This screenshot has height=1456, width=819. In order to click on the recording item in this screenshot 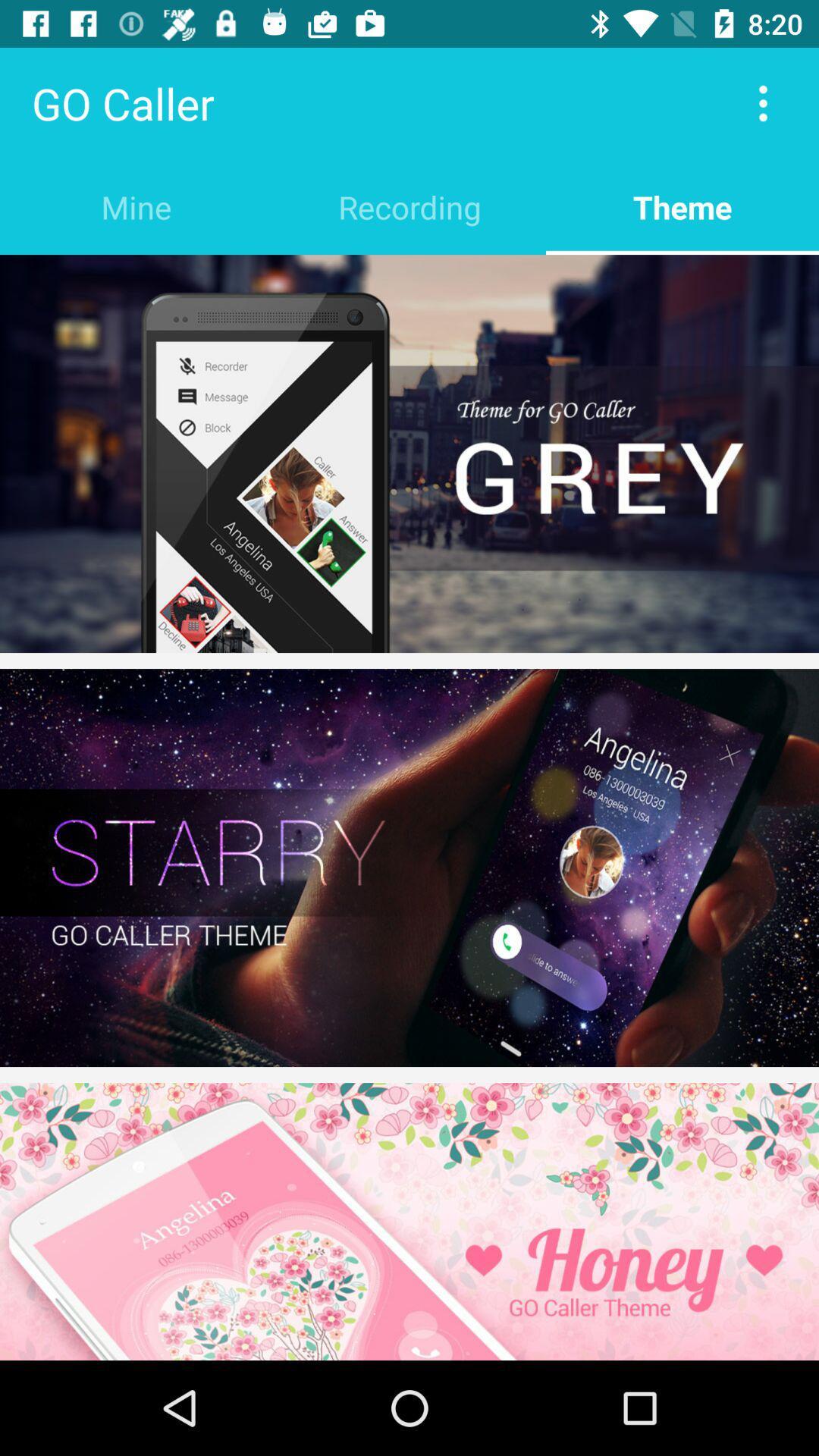, I will do `click(409, 206)`.